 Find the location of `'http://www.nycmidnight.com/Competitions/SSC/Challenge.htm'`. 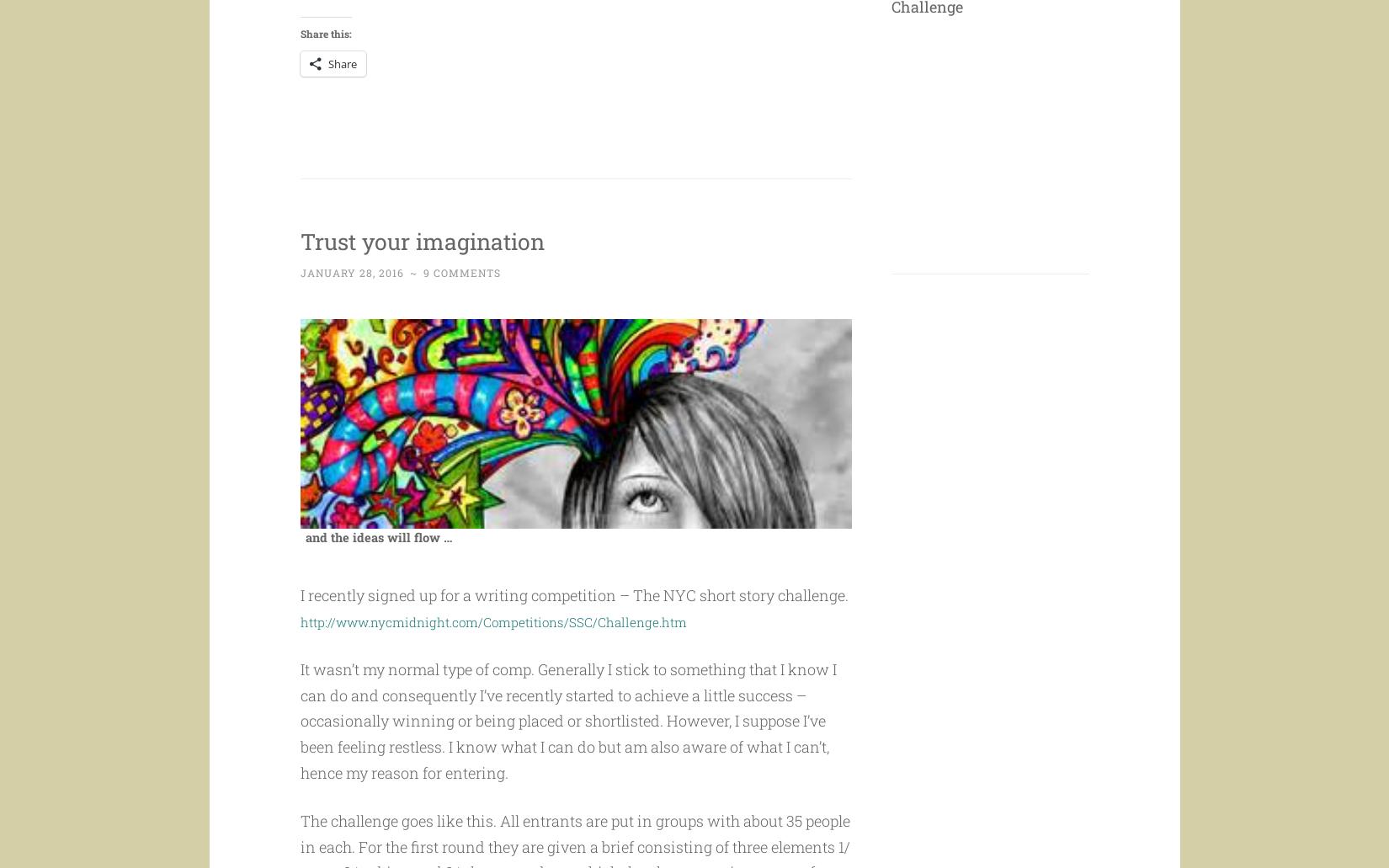

'http://www.nycmidnight.com/Competitions/SSC/Challenge.htm' is located at coordinates (300, 652).